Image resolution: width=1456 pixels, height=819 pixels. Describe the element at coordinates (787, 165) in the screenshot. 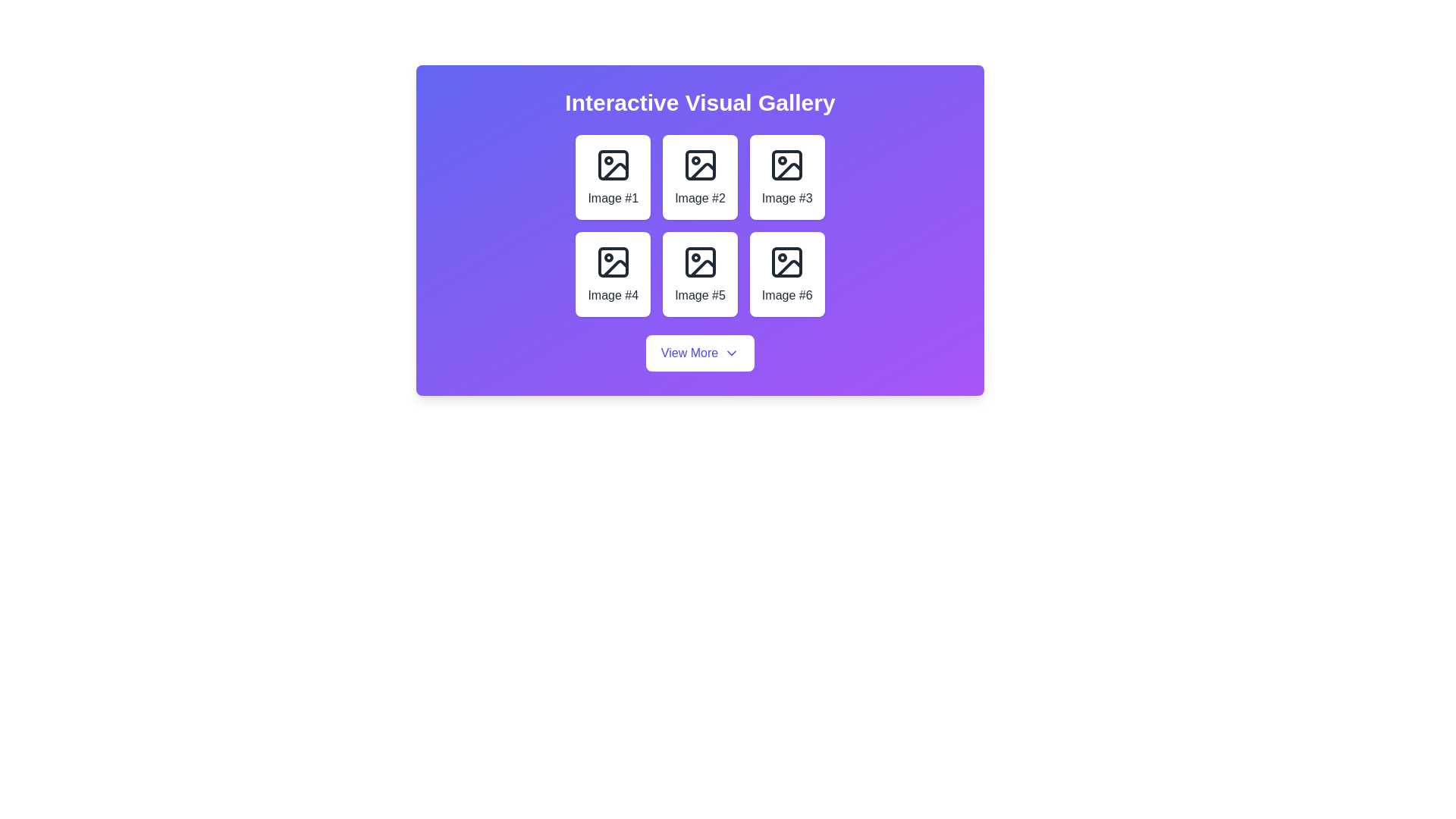

I see `the Image placeholder icon located in the third slot of the 3x2 grid under the heading 'Interactive Visual Gallery'` at that location.